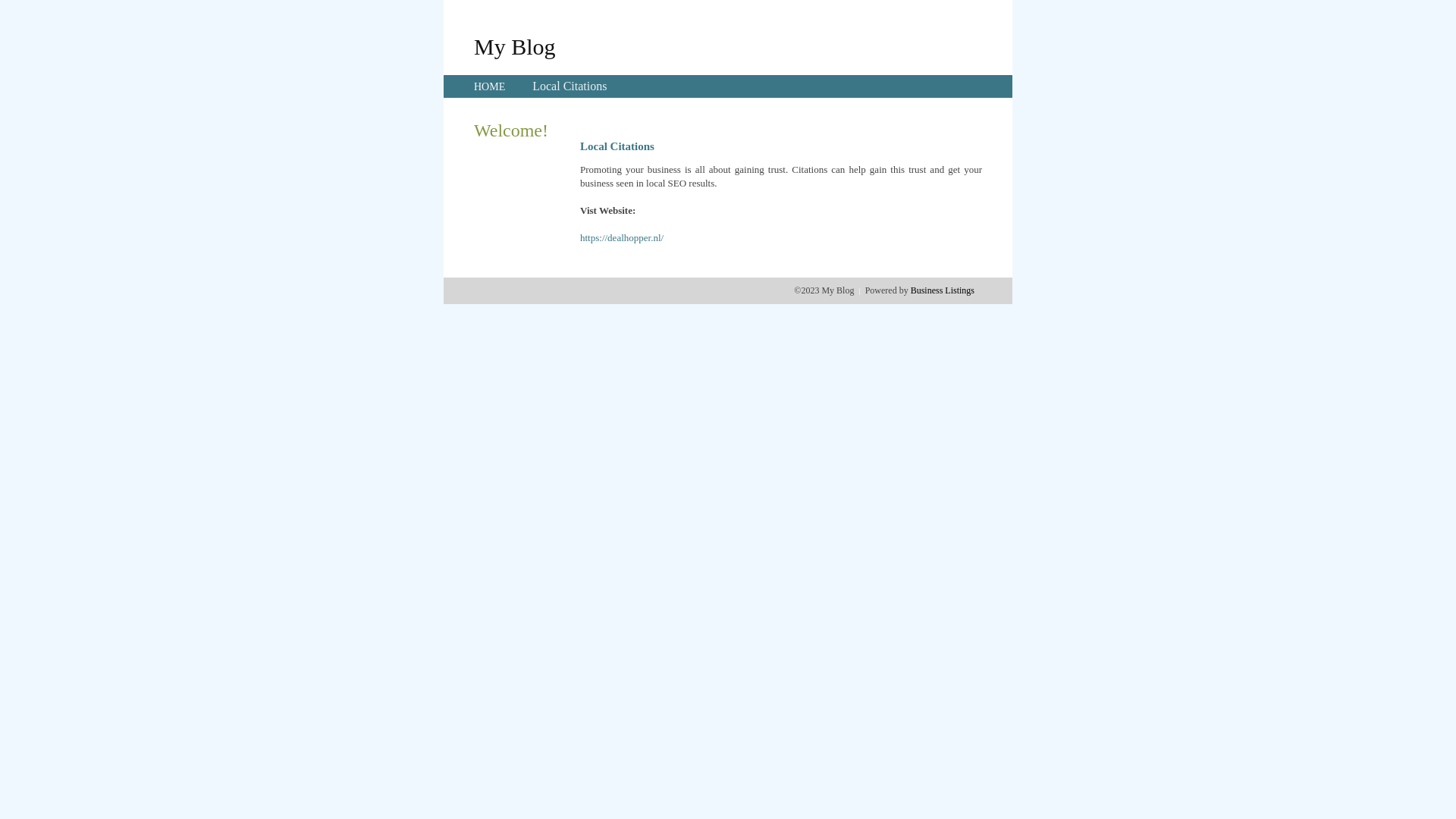  Describe the element at coordinates (622, 237) in the screenshot. I see `'https://dealhopper.nl/'` at that location.